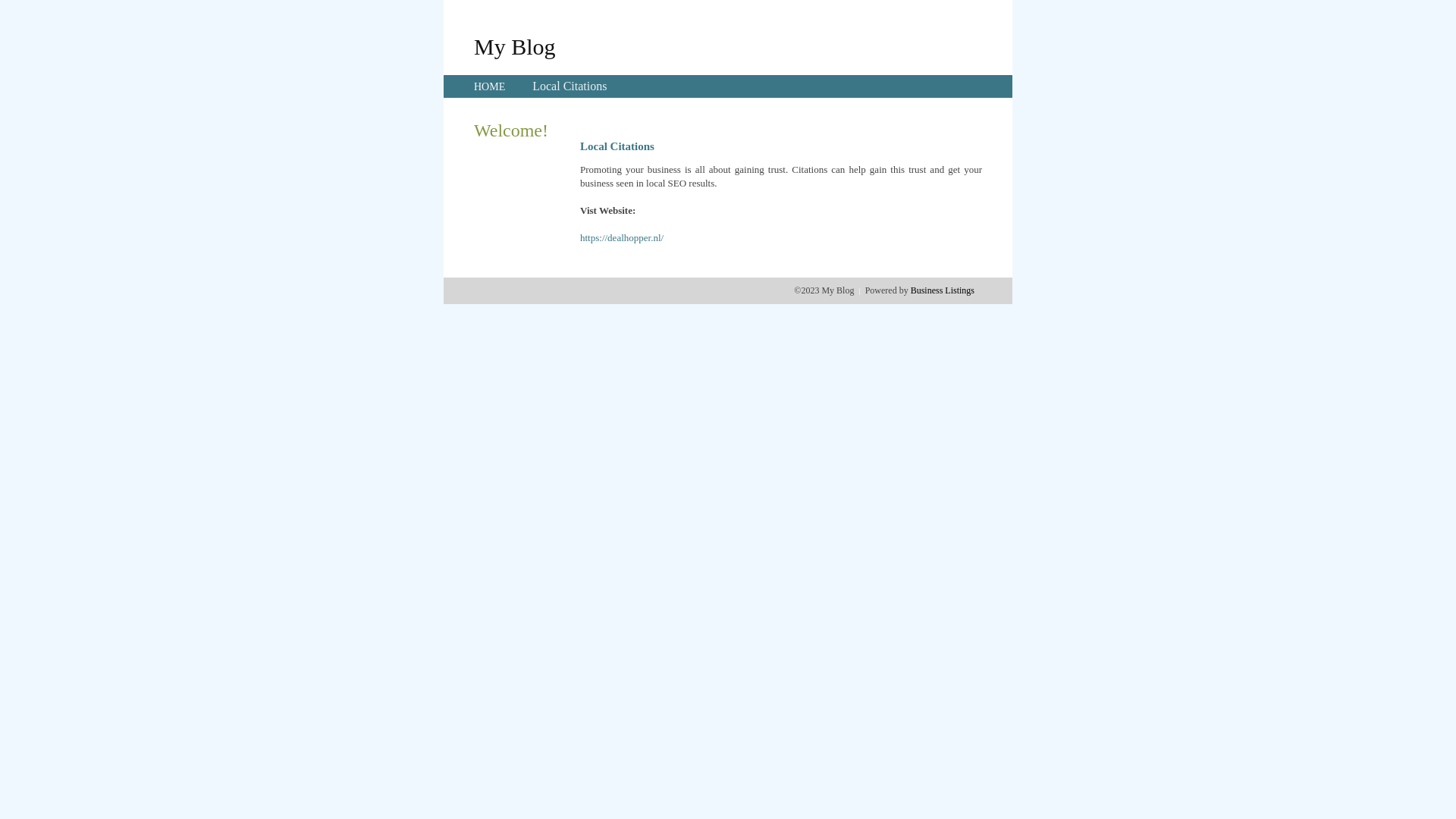  Describe the element at coordinates (622, 237) in the screenshot. I see `'https://dealhopper.nl/'` at that location.